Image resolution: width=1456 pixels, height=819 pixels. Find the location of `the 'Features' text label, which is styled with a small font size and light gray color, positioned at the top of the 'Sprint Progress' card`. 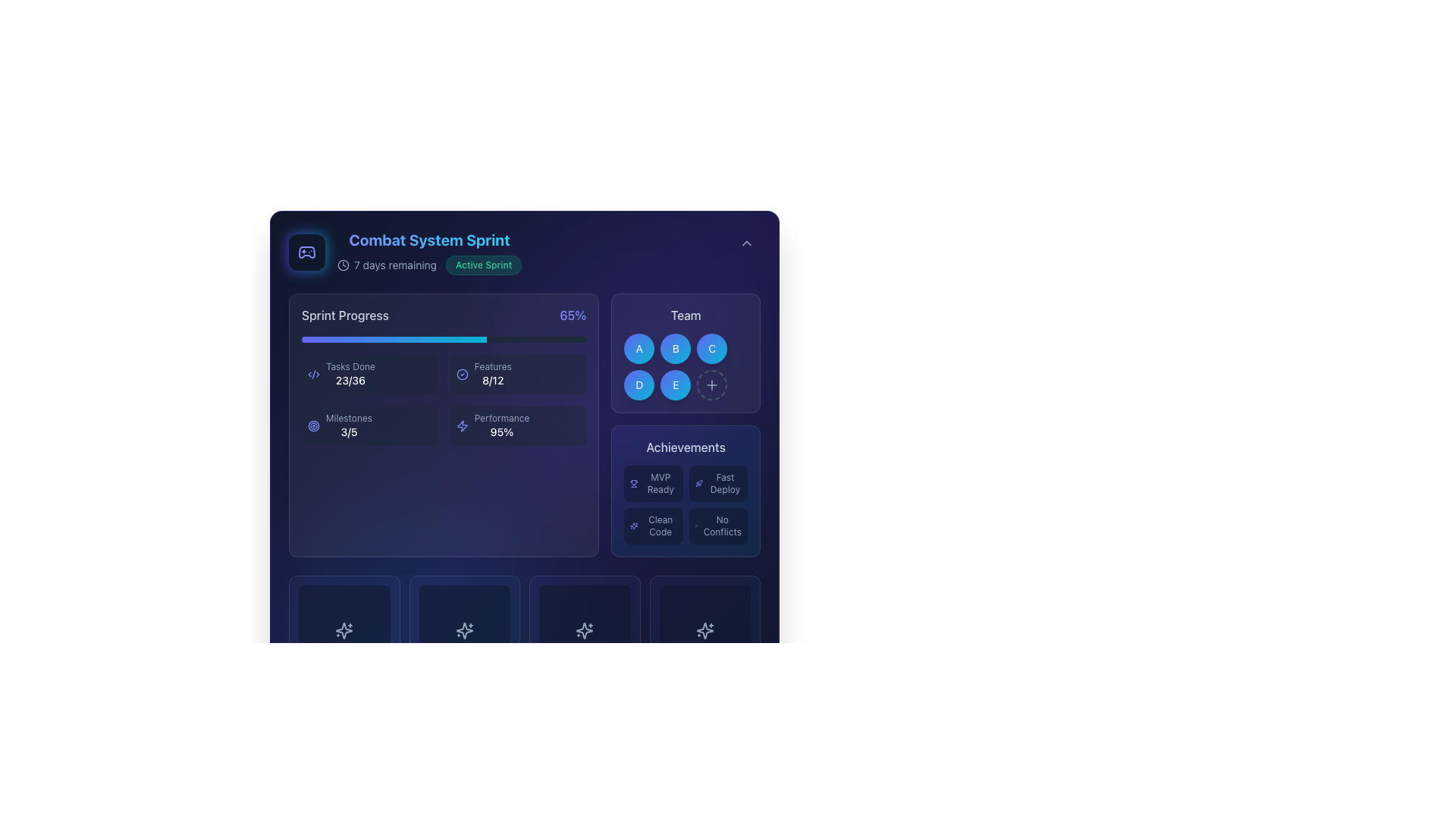

the 'Features' text label, which is styled with a small font size and light gray color, positioned at the top of the 'Sprint Progress' card is located at coordinates (493, 366).